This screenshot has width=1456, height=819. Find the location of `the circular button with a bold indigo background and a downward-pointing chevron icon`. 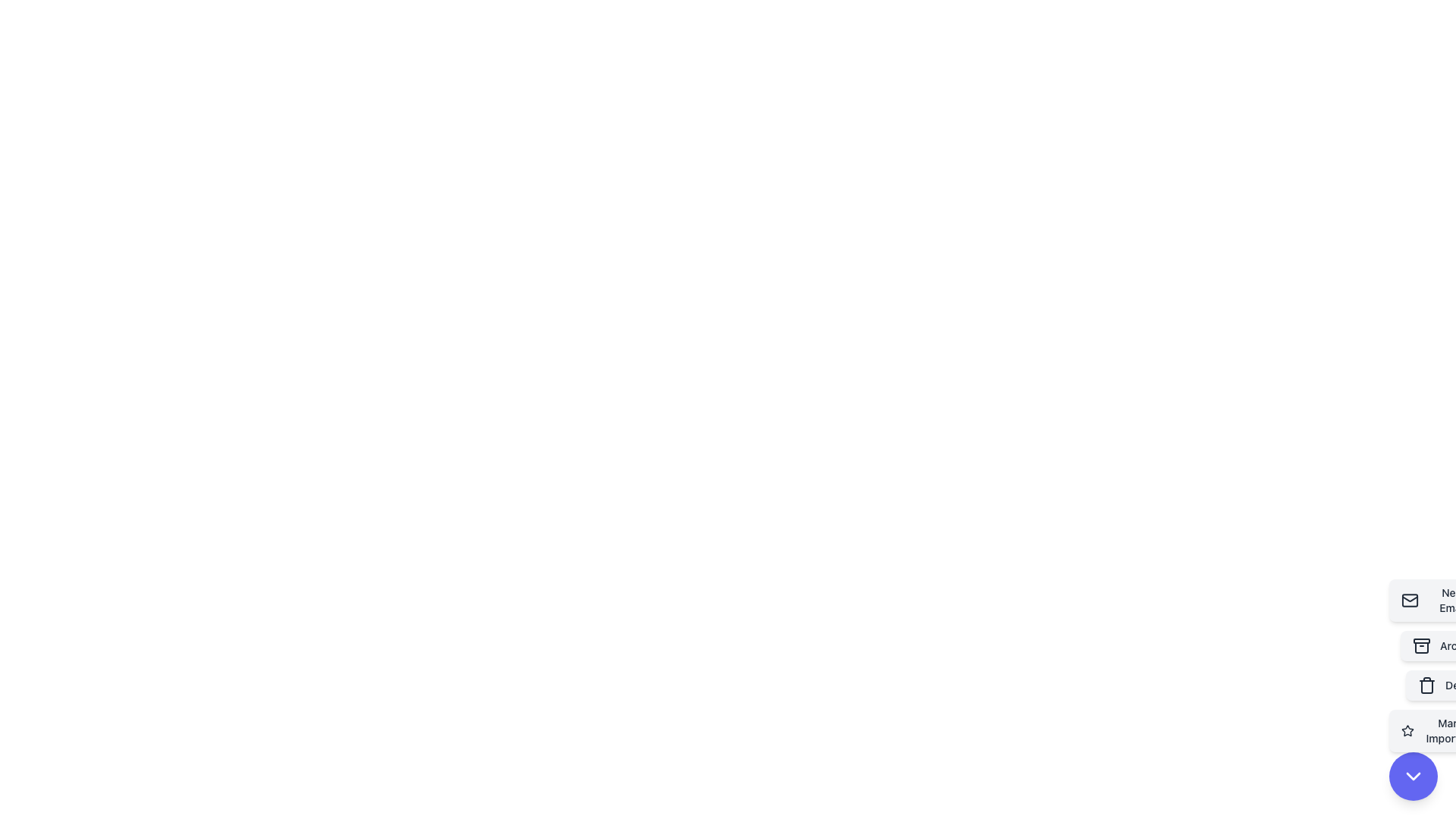

the circular button with a bold indigo background and a downward-pointing chevron icon is located at coordinates (1412, 776).